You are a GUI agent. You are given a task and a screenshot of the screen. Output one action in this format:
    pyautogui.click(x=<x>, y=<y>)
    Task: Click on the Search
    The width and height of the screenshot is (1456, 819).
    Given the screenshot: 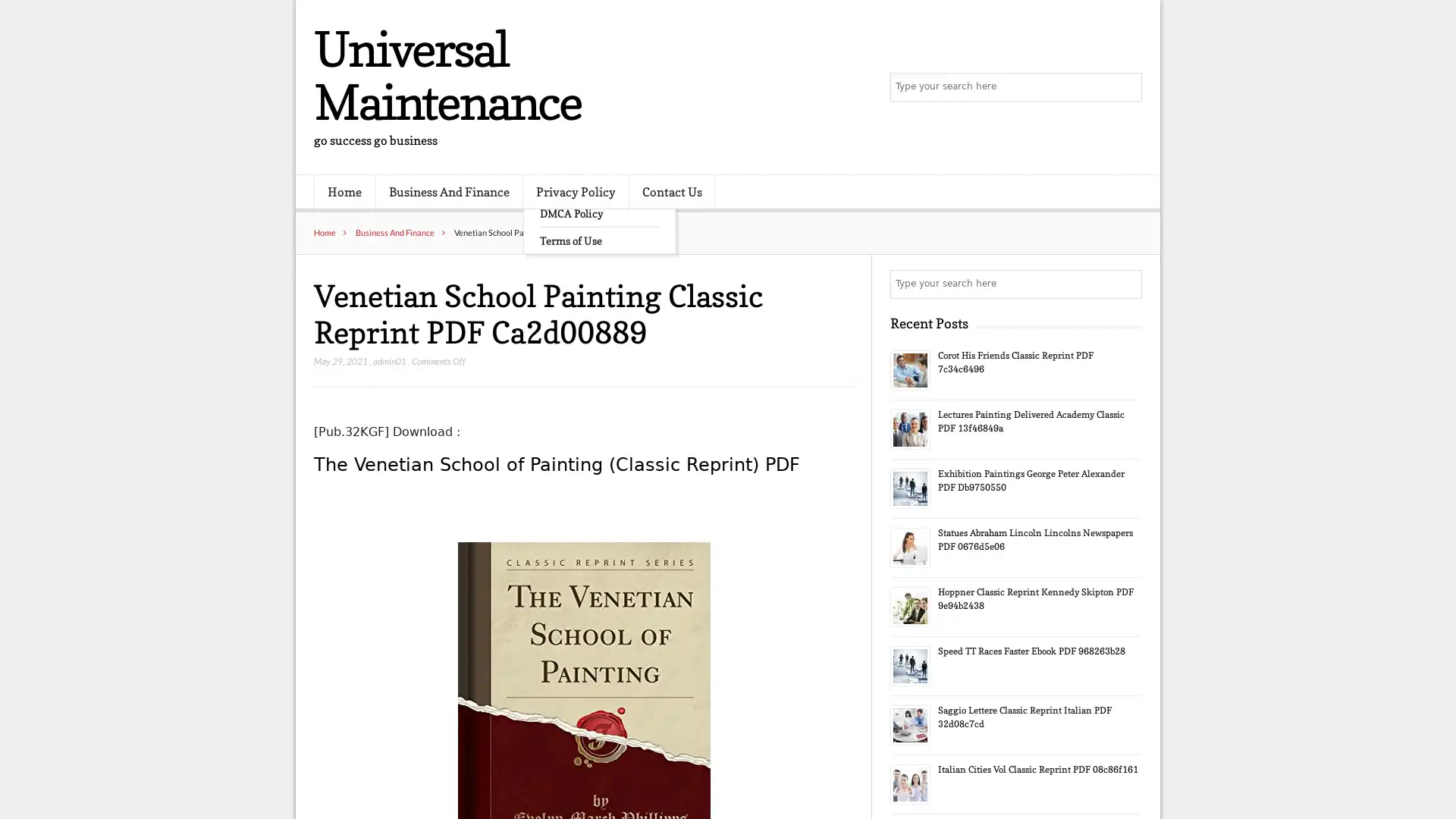 What is the action you would take?
    pyautogui.click(x=1126, y=284)
    